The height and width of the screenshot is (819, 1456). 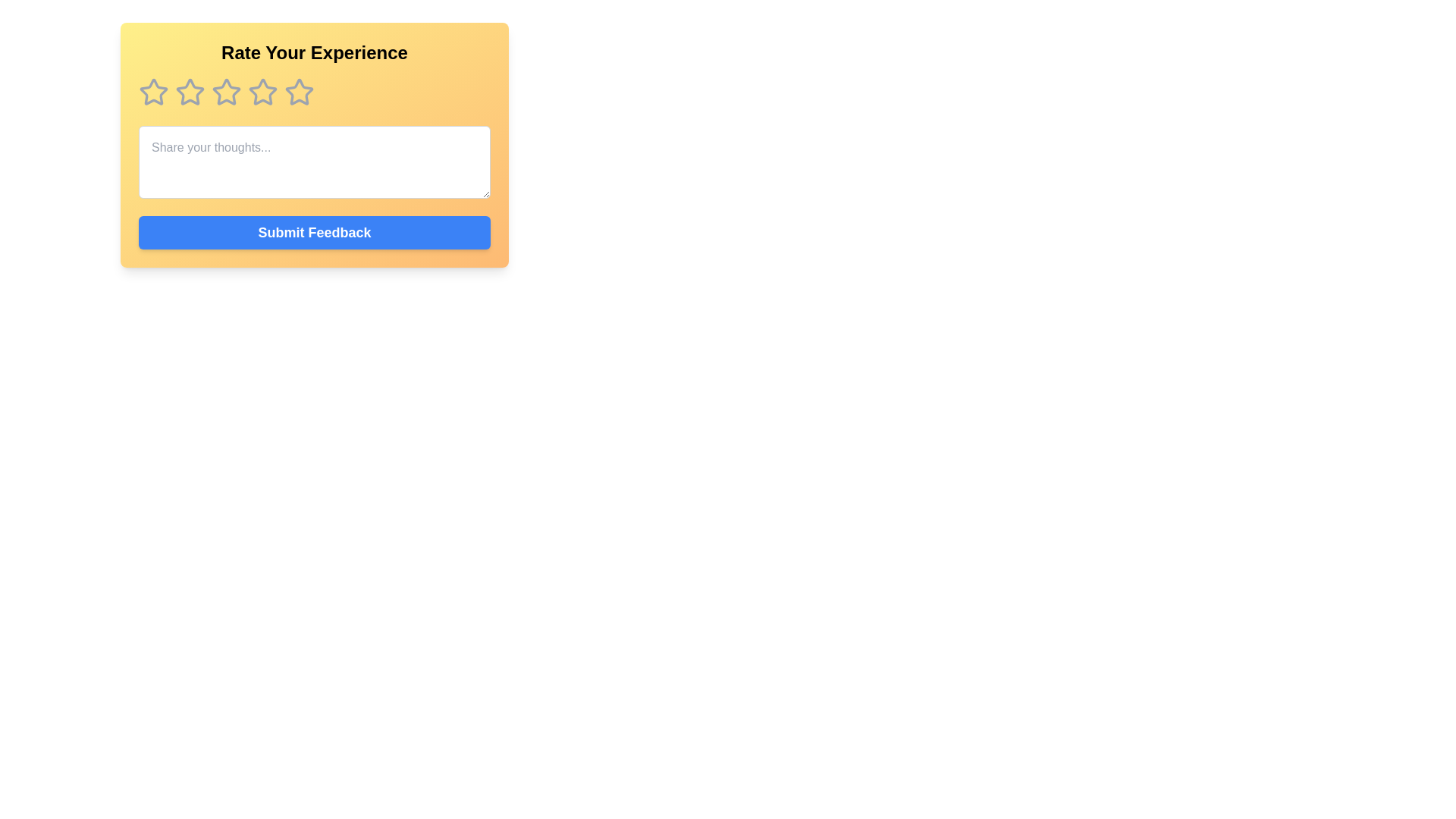 I want to click on the prominent blue 'Submit Feedback' button located at the bottom of the central section of the interface, so click(x=313, y=233).